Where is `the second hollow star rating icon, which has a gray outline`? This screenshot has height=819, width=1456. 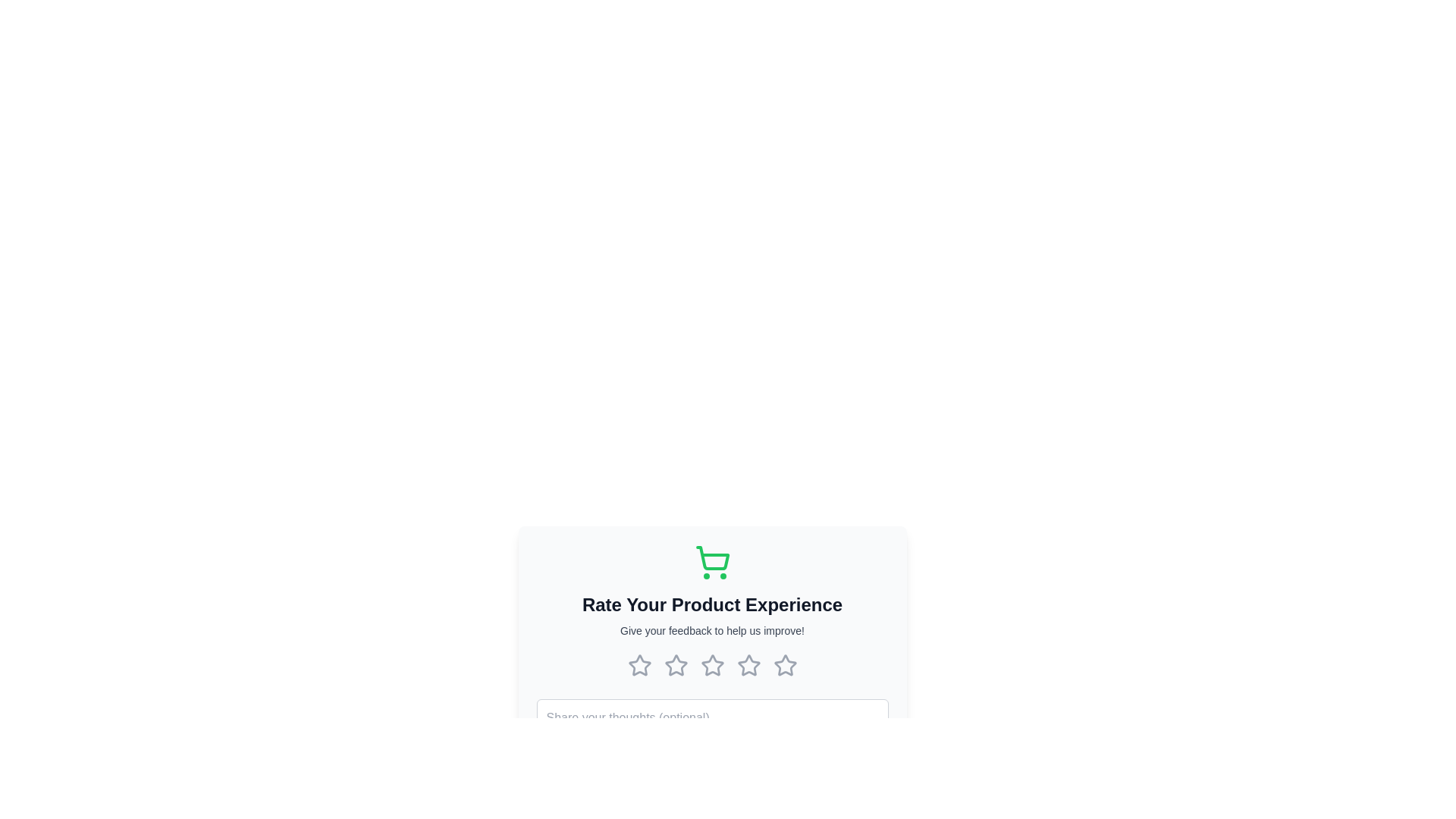 the second hollow star rating icon, which has a gray outline is located at coordinates (675, 665).